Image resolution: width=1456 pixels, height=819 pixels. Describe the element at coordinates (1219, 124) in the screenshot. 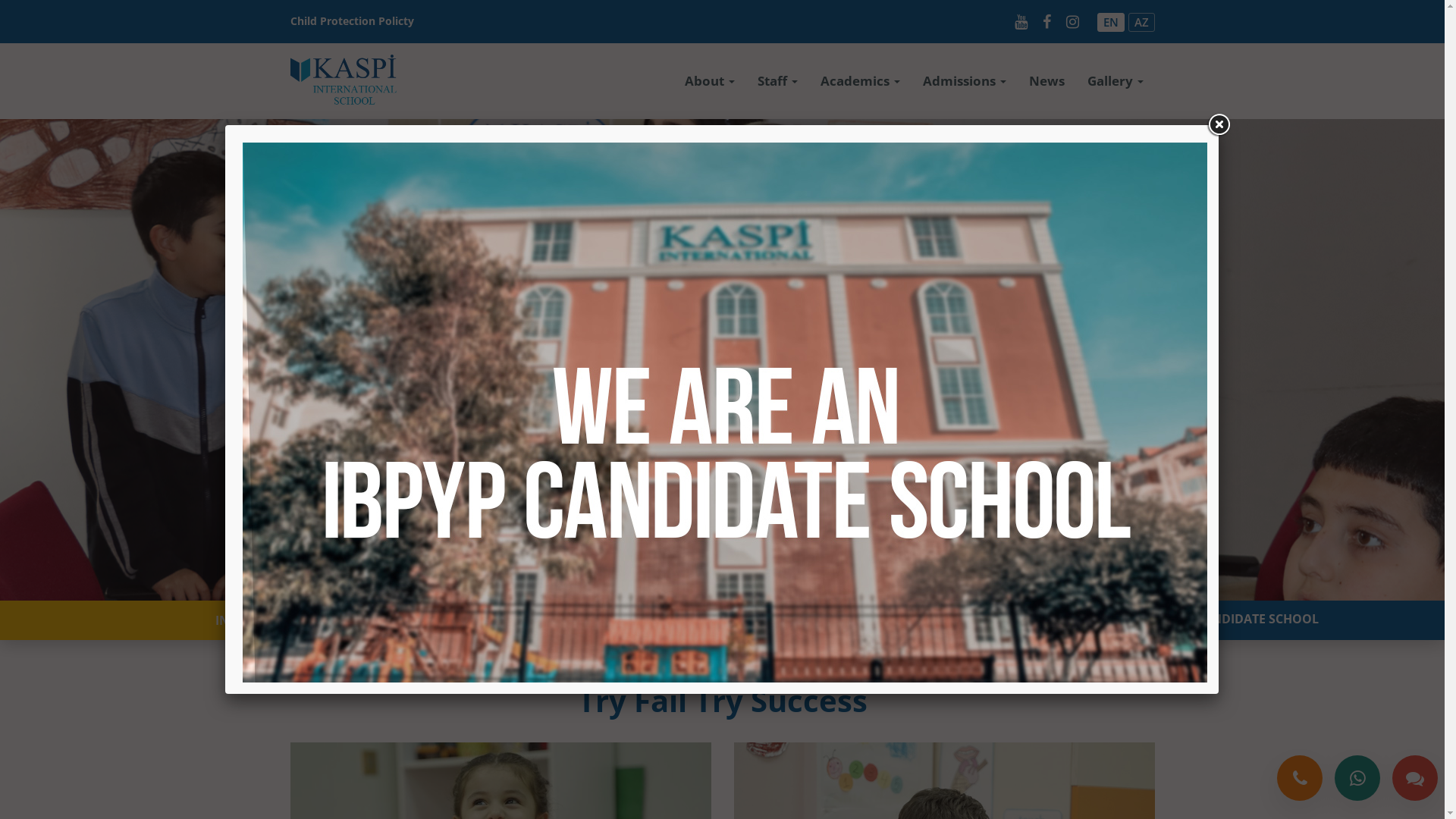

I see `'Close'` at that location.